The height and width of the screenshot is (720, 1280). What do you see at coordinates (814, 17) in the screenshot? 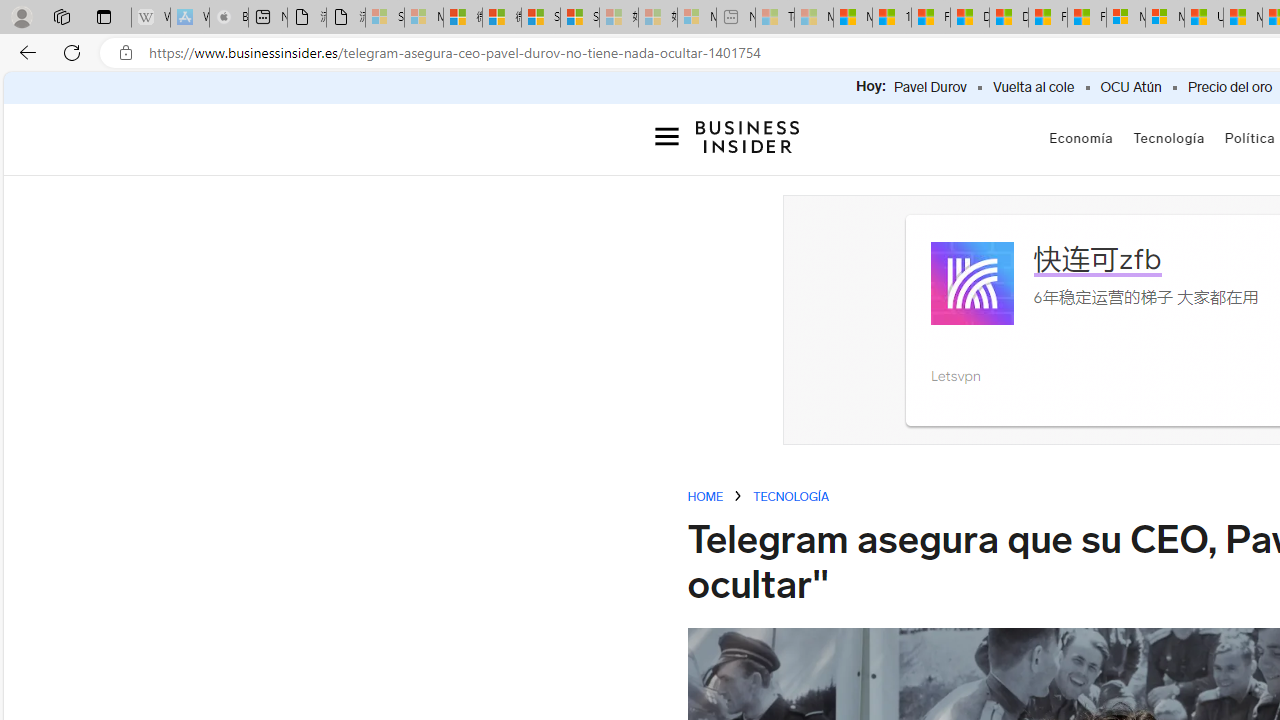
I see `'Marine life - MSN - Sleeping'` at bounding box center [814, 17].